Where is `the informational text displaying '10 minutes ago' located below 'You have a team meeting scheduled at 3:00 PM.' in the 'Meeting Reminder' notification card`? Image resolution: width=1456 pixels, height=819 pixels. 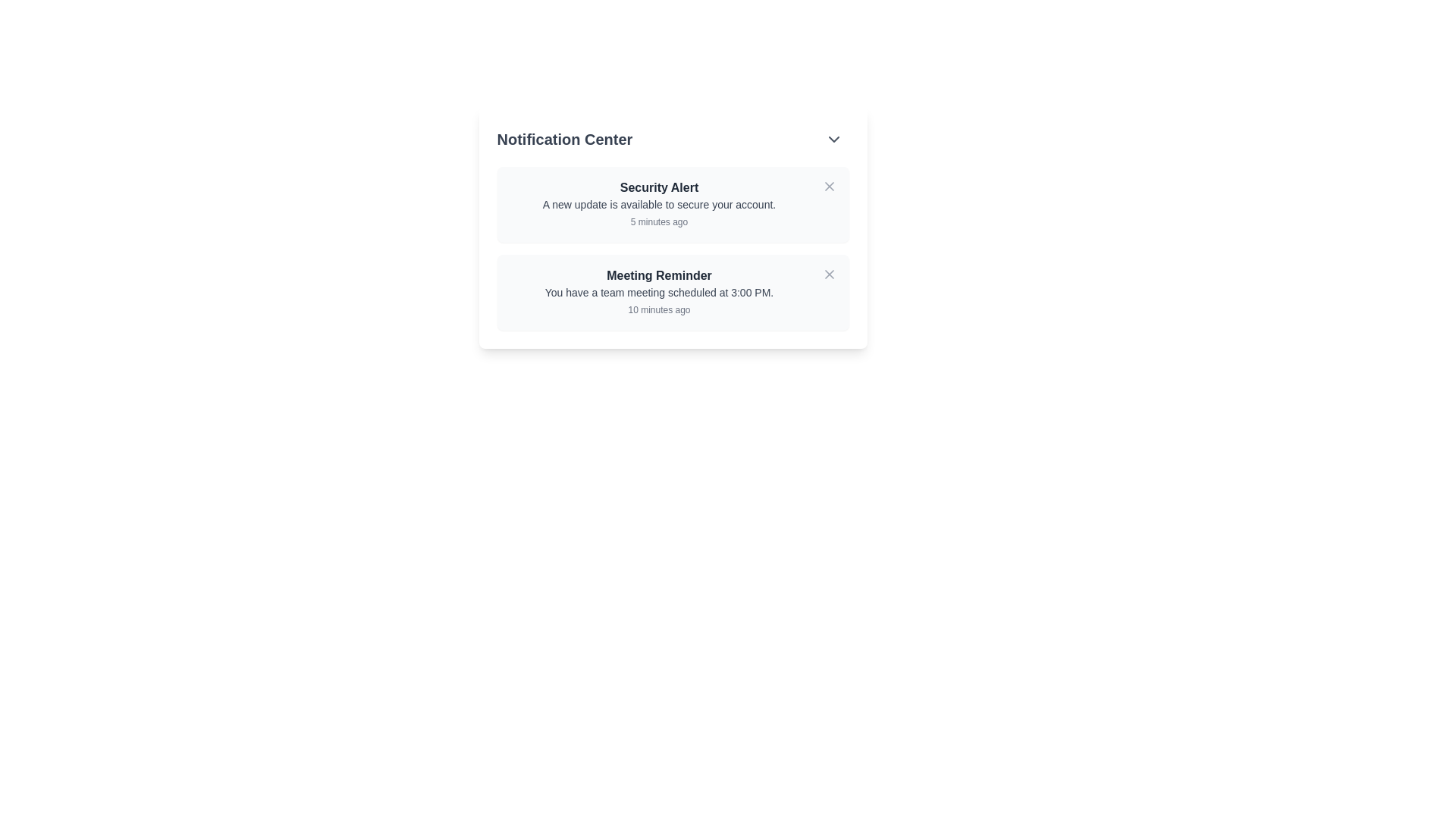
the informational text displaying '10 minutes ago' located below 'You have a team meeting scheduled at 3:00 PM.' in the 'Meeting Reminder' notification card is located at coordinates (659, 309).